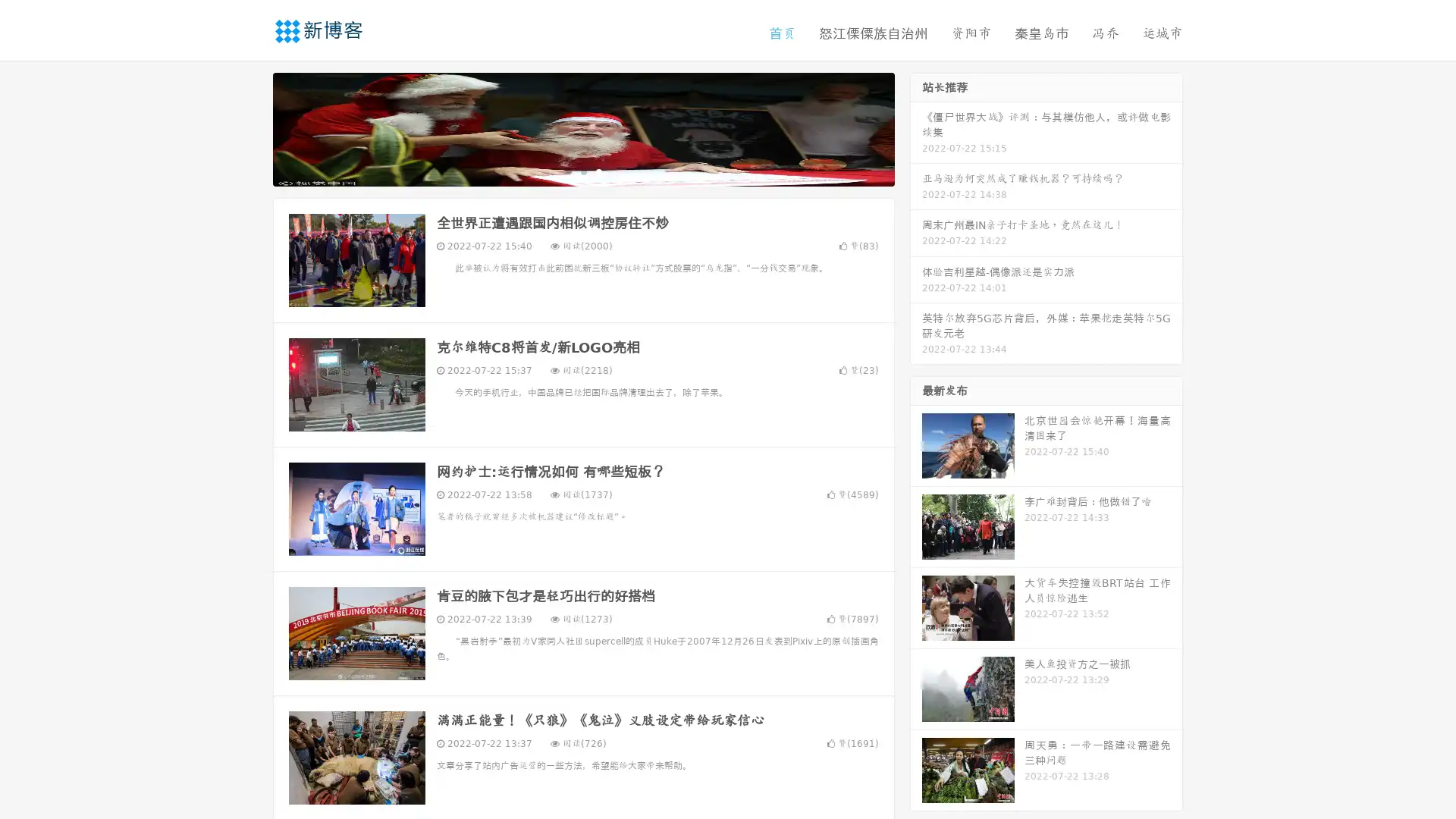 The height and width of the screenshot is (819, 1456). I want to click on Next slide, so click(916, 127).